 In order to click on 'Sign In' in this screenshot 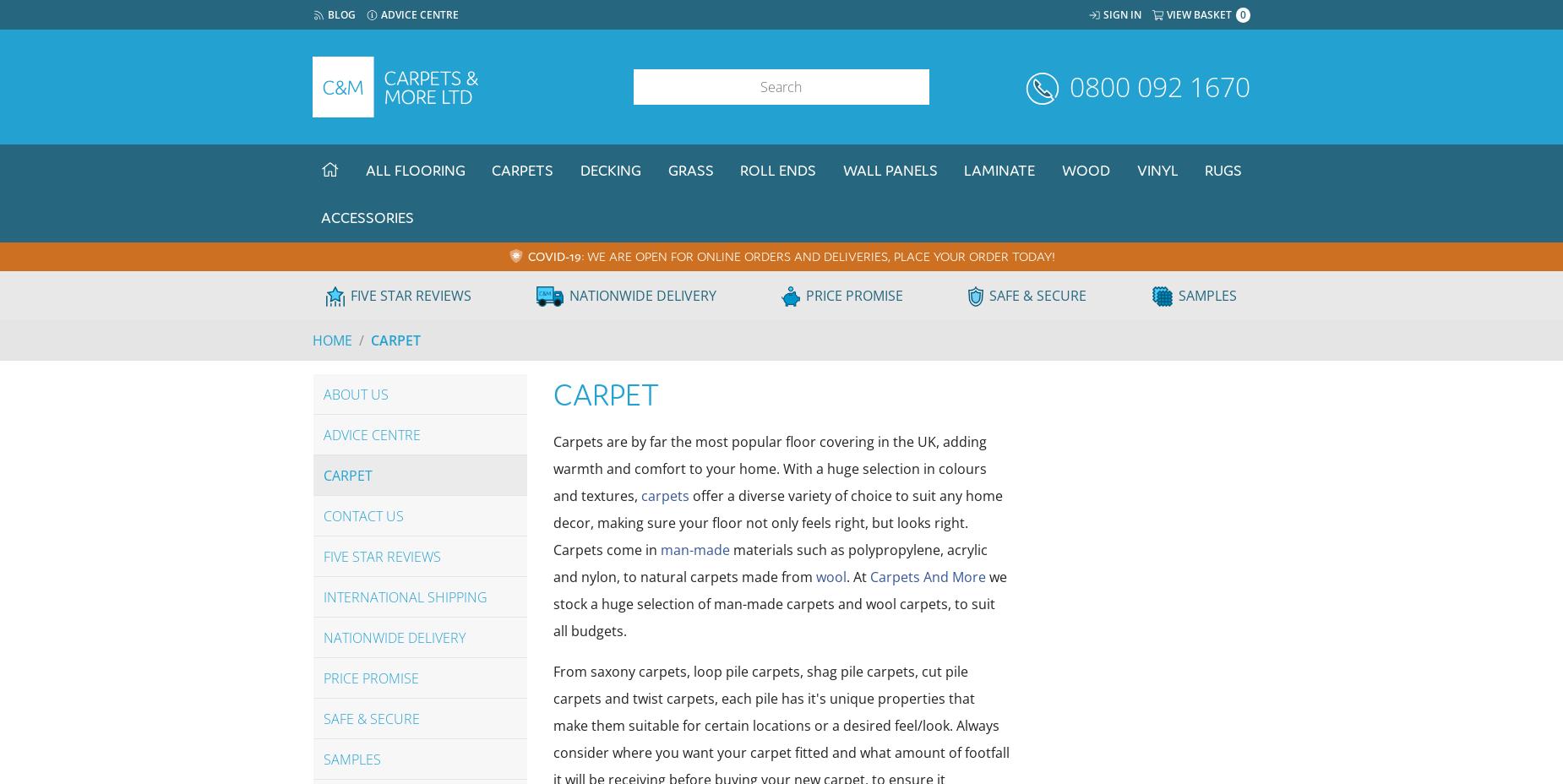, I will do `click(1120, 14)`.